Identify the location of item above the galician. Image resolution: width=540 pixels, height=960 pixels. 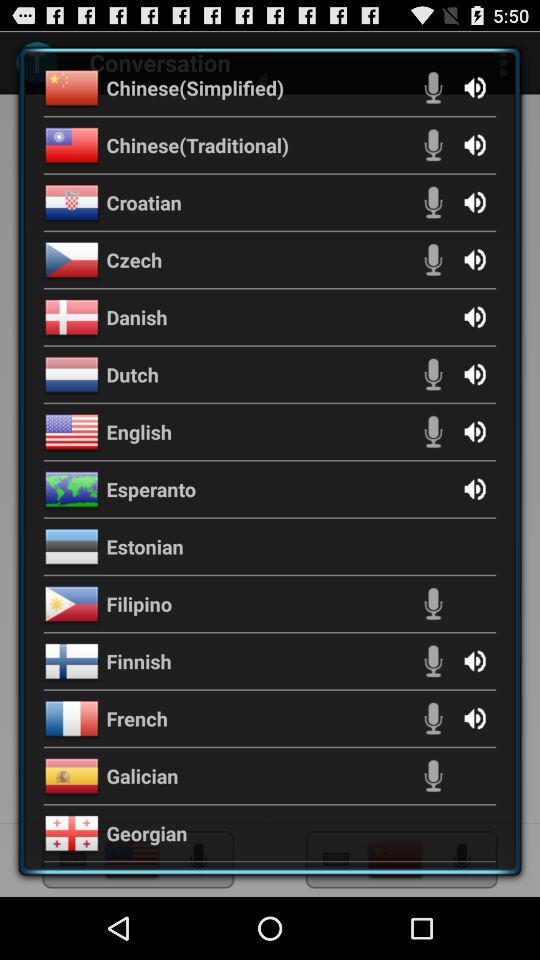
(136, 718).